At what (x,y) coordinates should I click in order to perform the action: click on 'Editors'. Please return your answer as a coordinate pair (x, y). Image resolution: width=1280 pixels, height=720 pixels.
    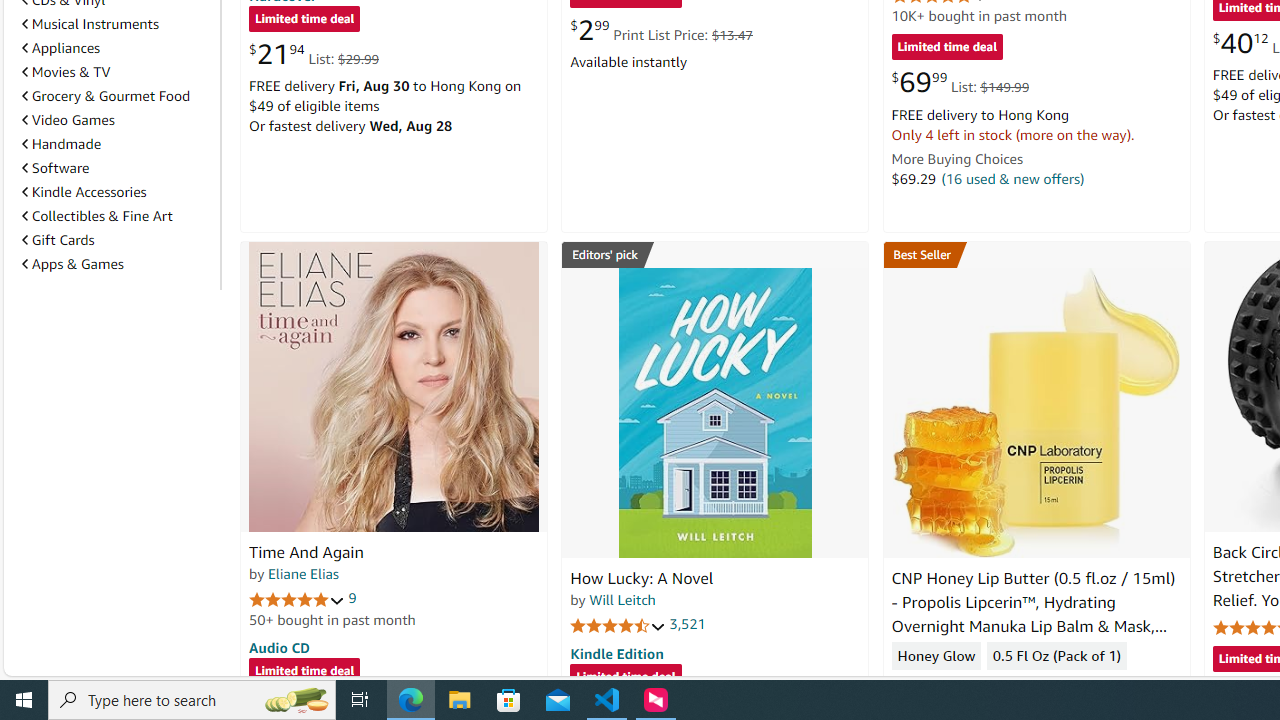
    Looking at the image, I should click on (715, 253).